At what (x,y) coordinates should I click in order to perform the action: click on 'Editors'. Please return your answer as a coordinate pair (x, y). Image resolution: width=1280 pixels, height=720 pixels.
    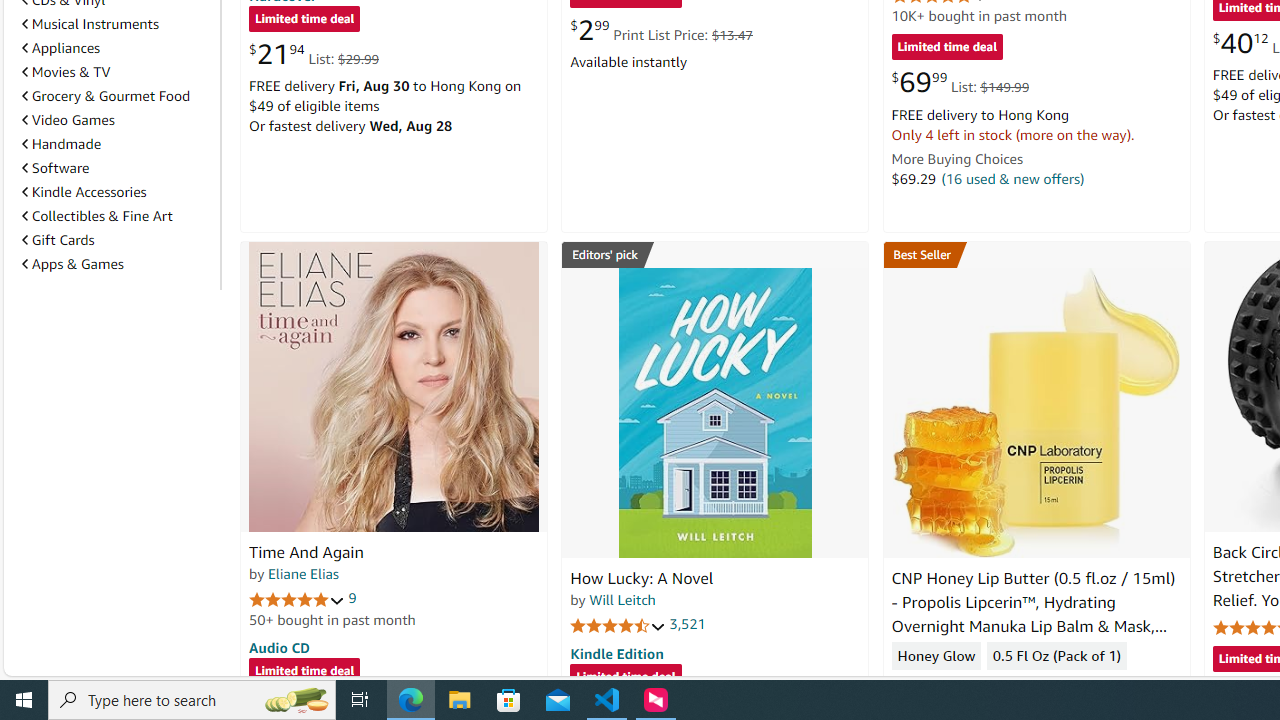
    Looking at the image, I should click on (715, 253).